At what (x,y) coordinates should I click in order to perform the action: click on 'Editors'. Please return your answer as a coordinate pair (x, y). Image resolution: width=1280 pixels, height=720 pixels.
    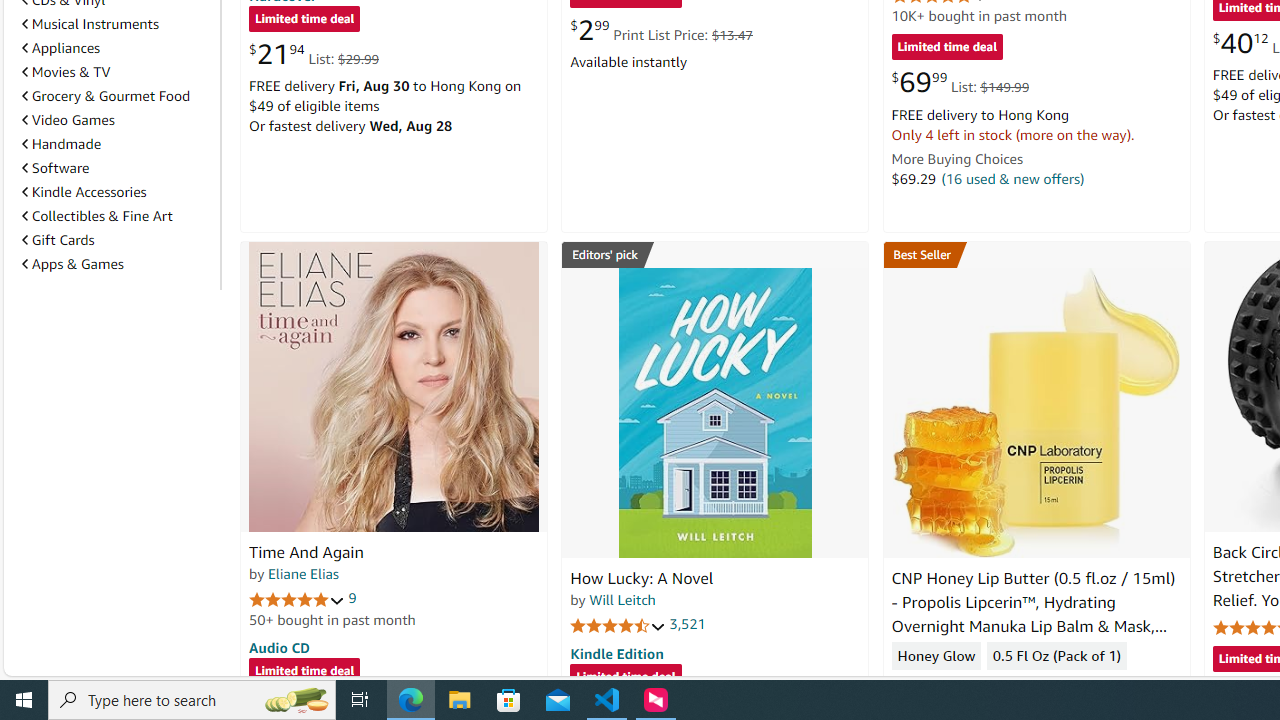
    Looking at the image, I should click on (715, 253).